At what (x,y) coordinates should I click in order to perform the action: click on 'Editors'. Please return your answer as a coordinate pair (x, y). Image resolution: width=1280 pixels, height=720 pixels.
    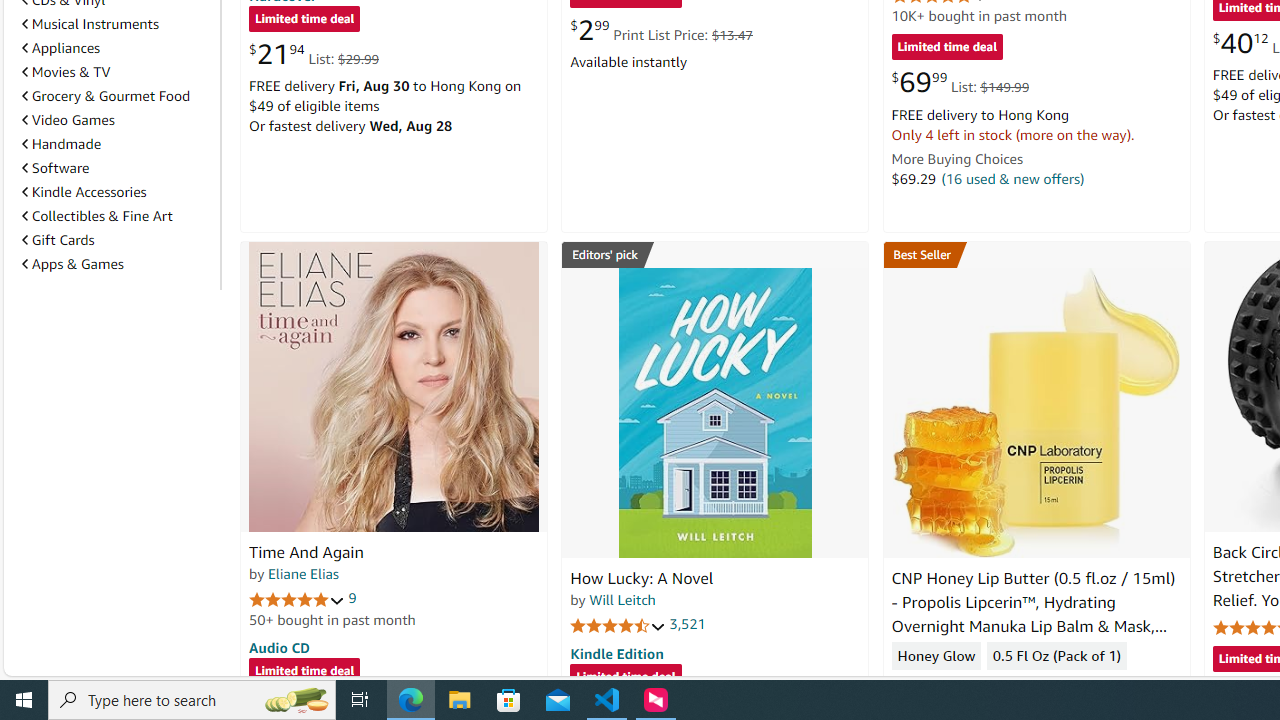
    Looking at the image, I should click on (715, 253).